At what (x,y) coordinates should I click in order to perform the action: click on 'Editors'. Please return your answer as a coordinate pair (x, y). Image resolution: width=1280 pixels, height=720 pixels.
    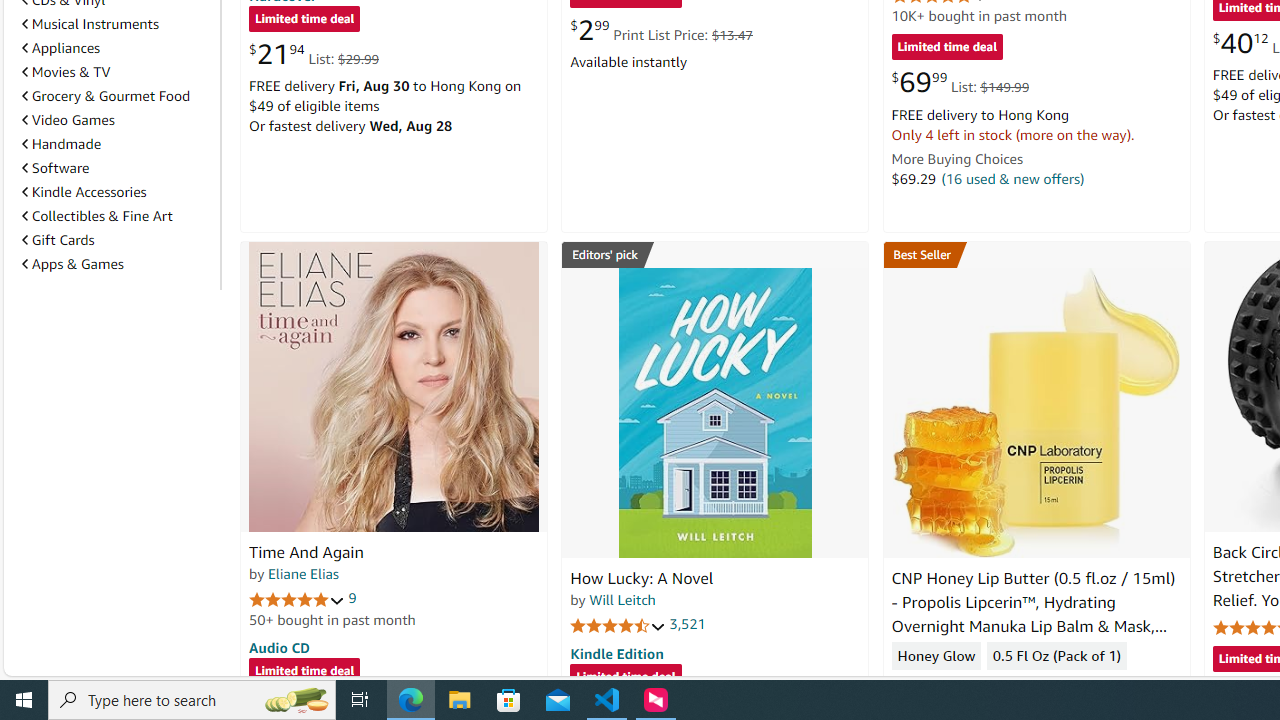
    Looking at the image, I should click on (715, 253).